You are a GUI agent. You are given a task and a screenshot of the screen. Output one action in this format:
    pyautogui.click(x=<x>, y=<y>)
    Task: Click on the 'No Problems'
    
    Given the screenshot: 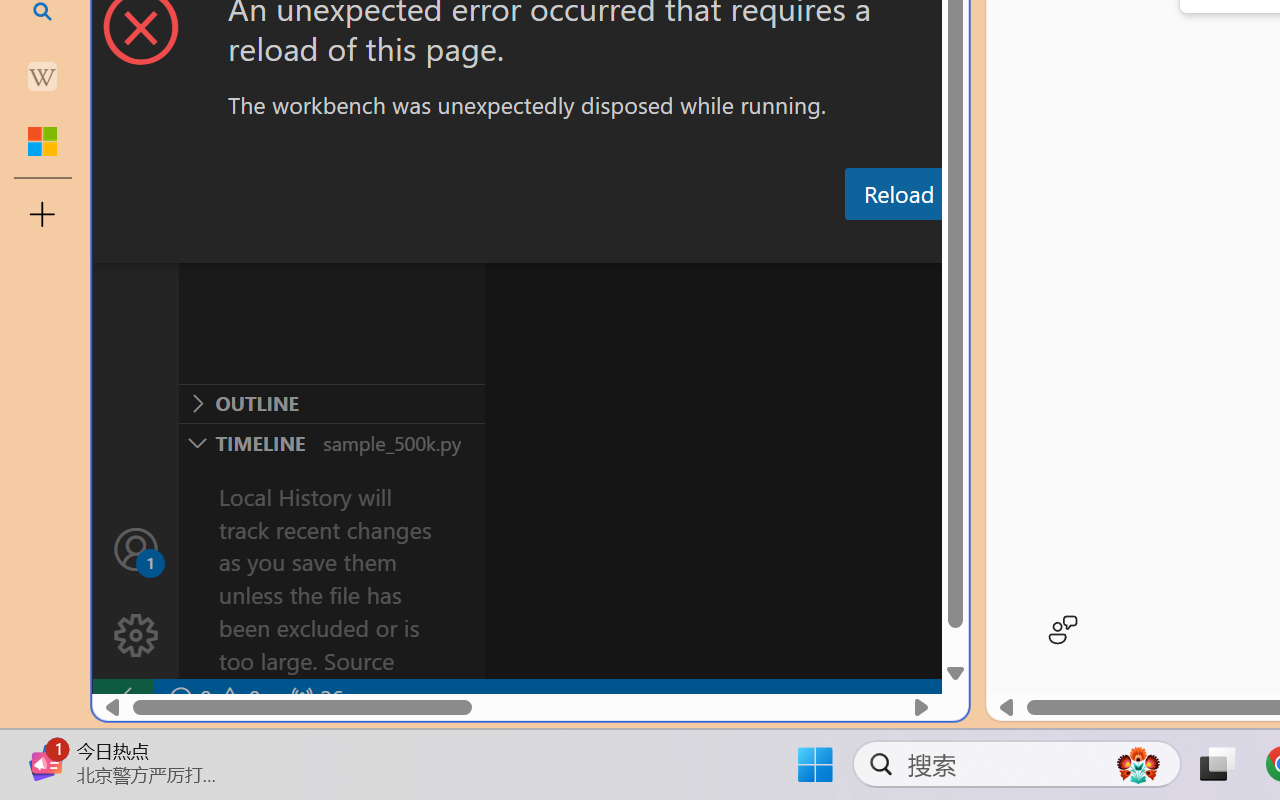 What is the action you would take?
    pyautogui.click(x=213, y=698)
    